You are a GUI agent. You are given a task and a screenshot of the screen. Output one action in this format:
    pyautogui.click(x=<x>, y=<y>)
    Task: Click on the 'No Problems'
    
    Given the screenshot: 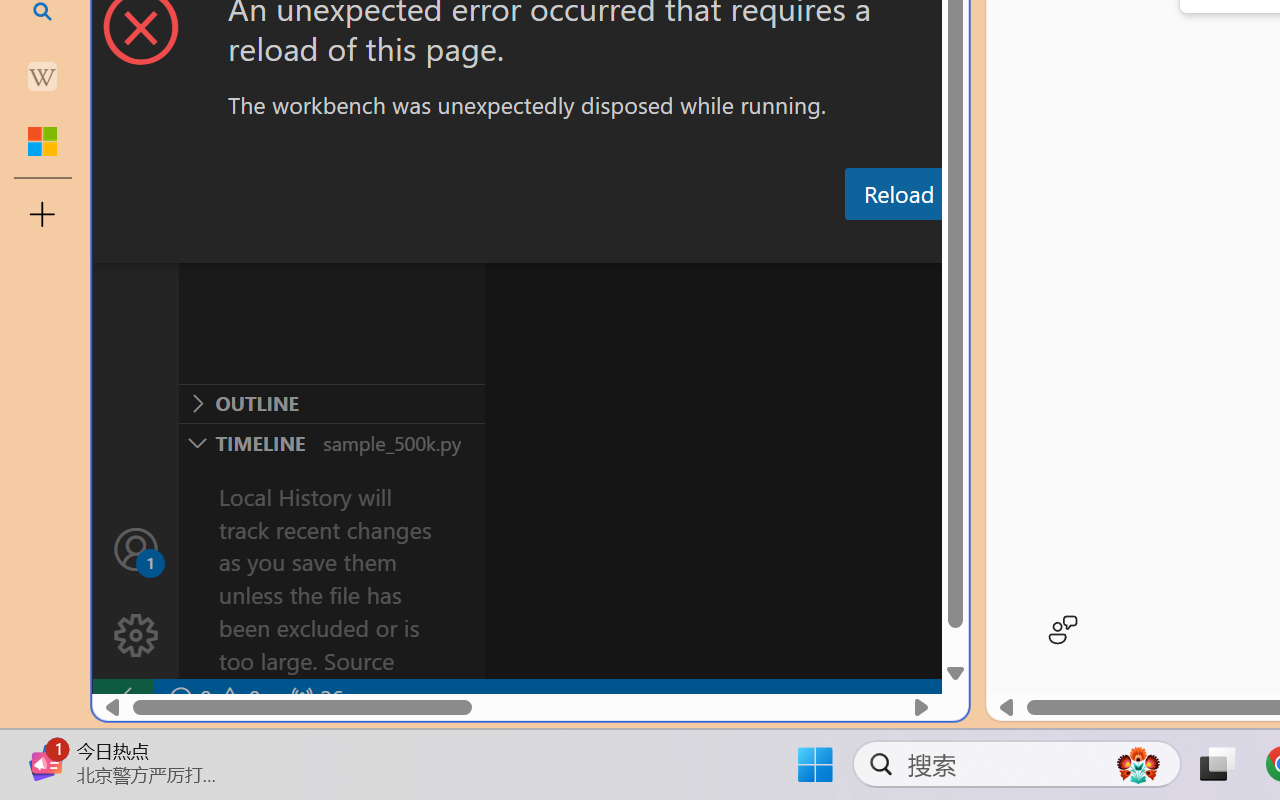 What is the action you would take?
    pyautogui.click(x=213, y=698)
    